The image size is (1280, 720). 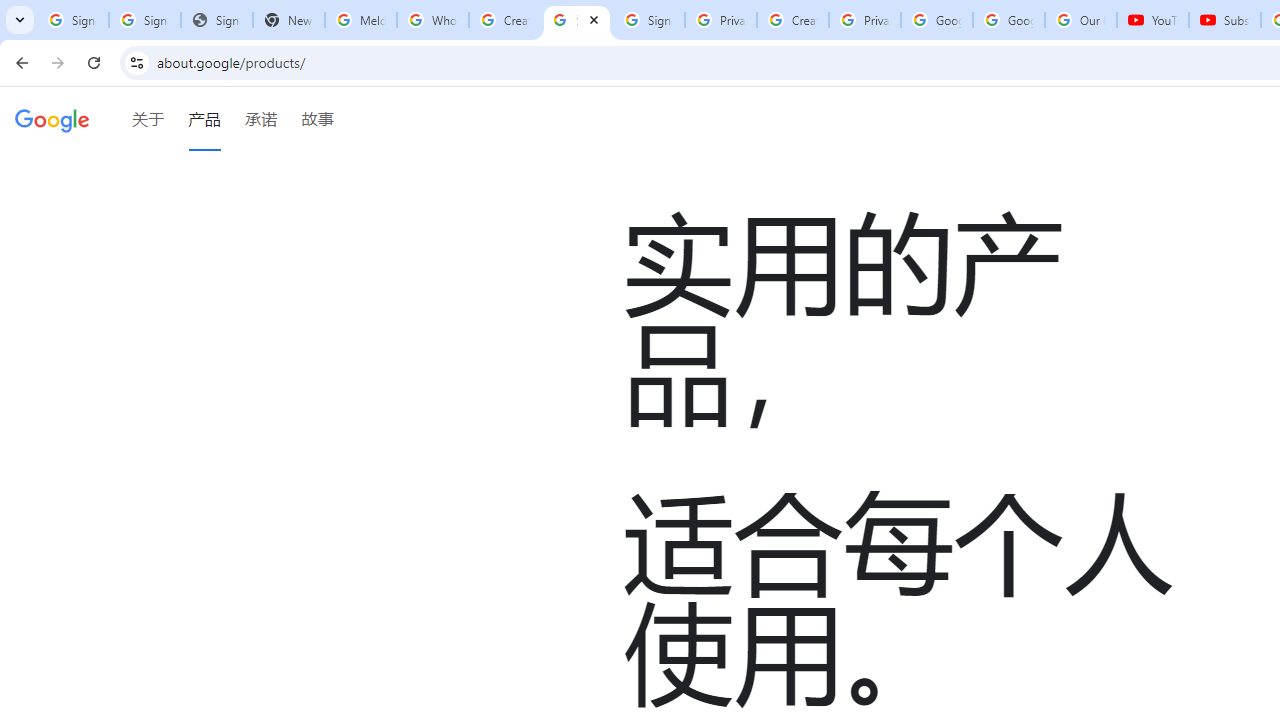 What do you see at coordinates (648, 20) in the screenshot?
I see `'Sign in - Google Accounts'` at bounding box center [648, 20].